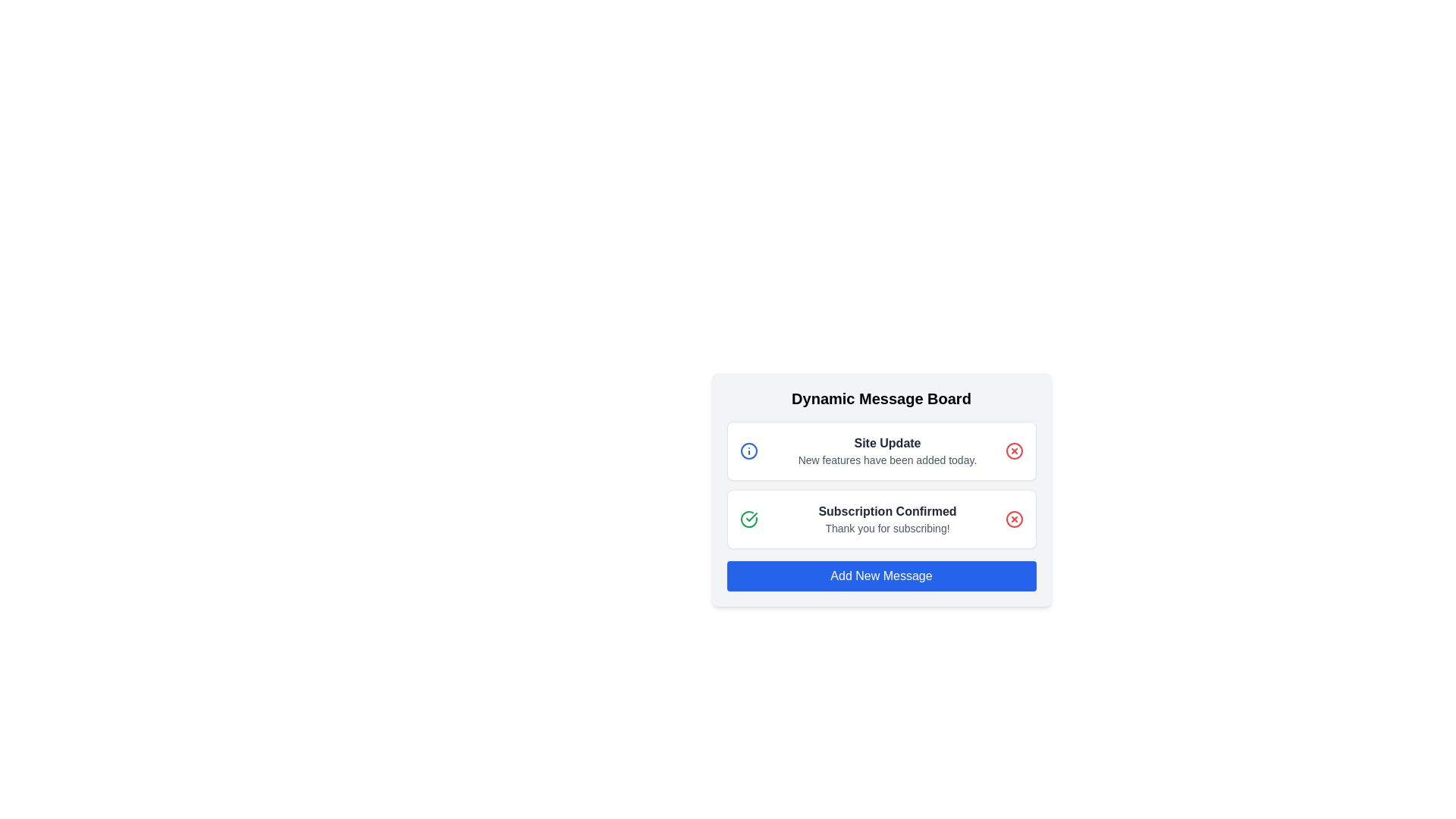  What do you see at coordinates (1014, 519) in the screenshot?
I see `the cancel or delete action icon located to the far right of the 'Subscription Confirmed' message in the list item` at bounding box center [1014, 519].